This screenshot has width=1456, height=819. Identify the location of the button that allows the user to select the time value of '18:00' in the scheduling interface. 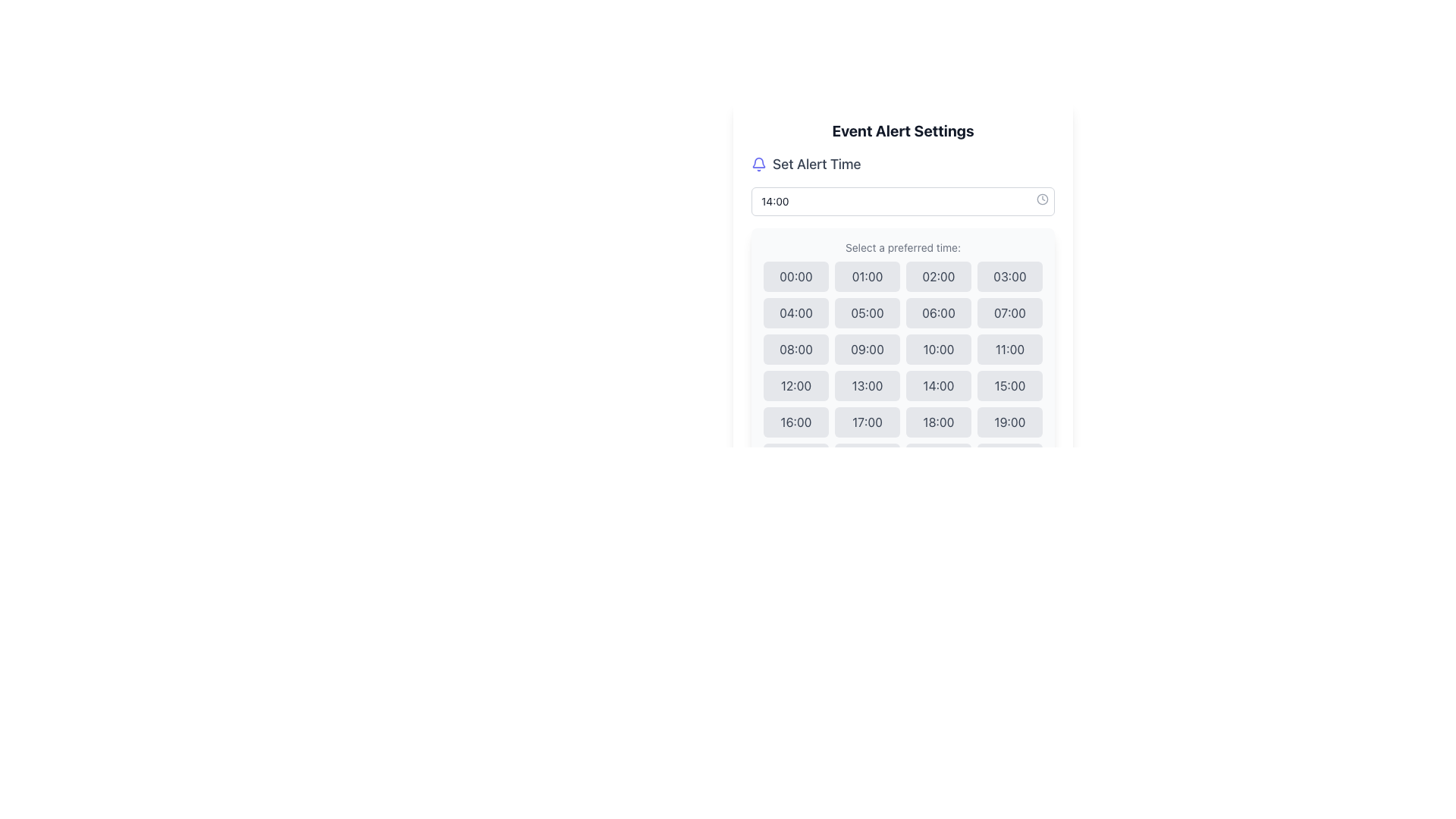
(938, 422).